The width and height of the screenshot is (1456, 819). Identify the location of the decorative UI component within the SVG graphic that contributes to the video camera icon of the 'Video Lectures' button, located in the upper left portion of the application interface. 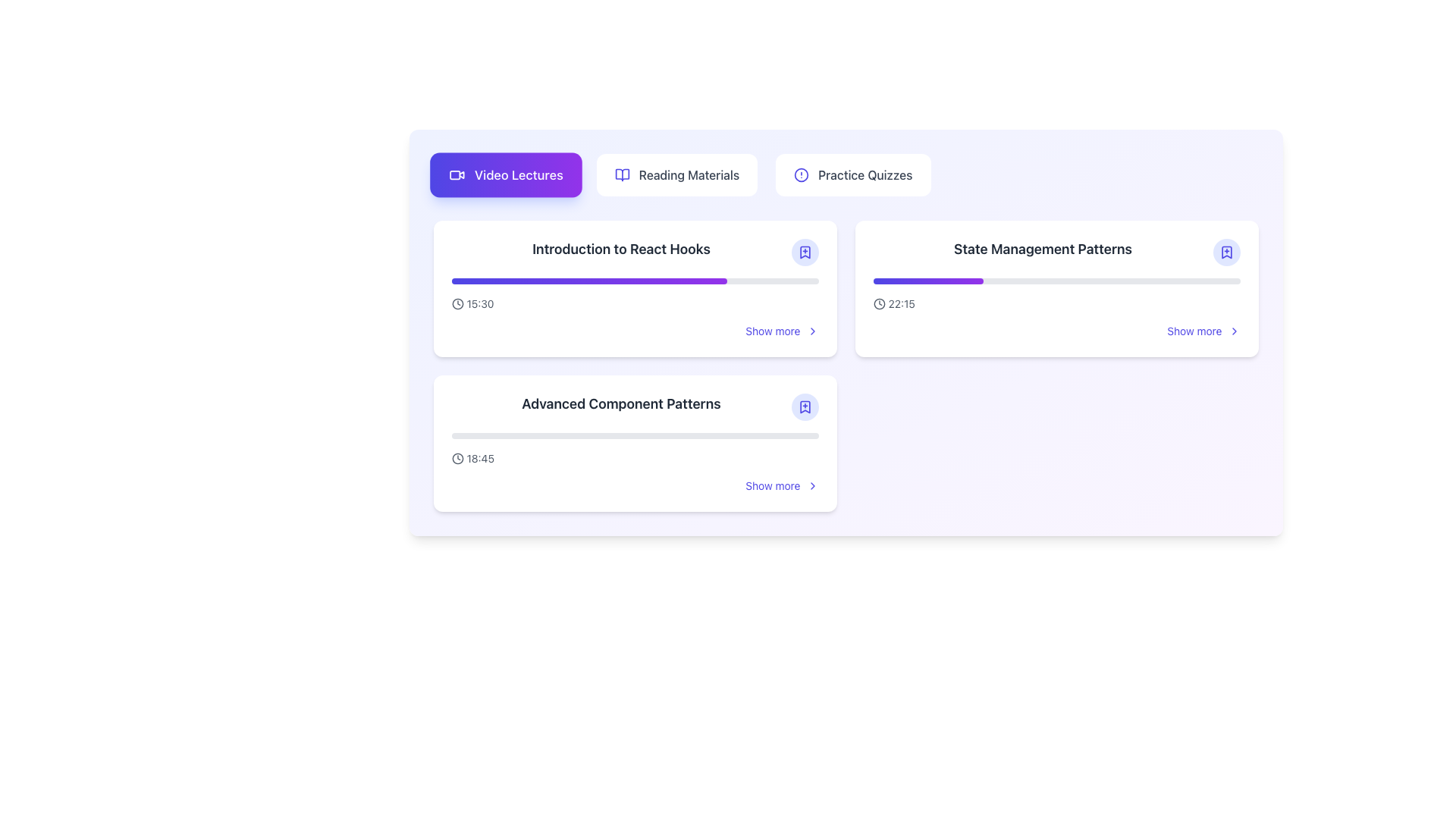
(453, 174).